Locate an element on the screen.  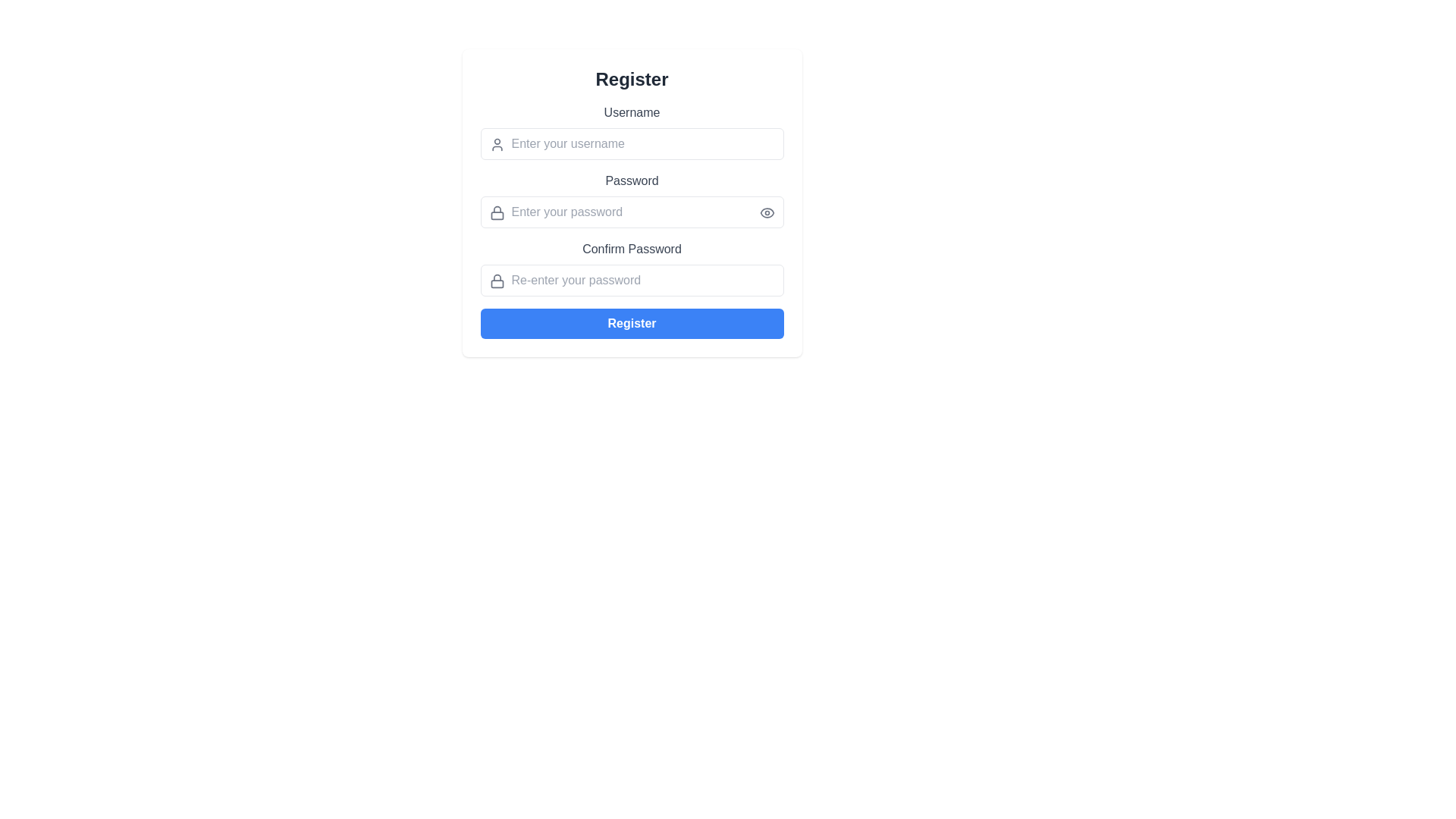
within the Password input field located below the 'Username' field and above the 'Confirm Password' field to focus is located at coordinates (632, 199).